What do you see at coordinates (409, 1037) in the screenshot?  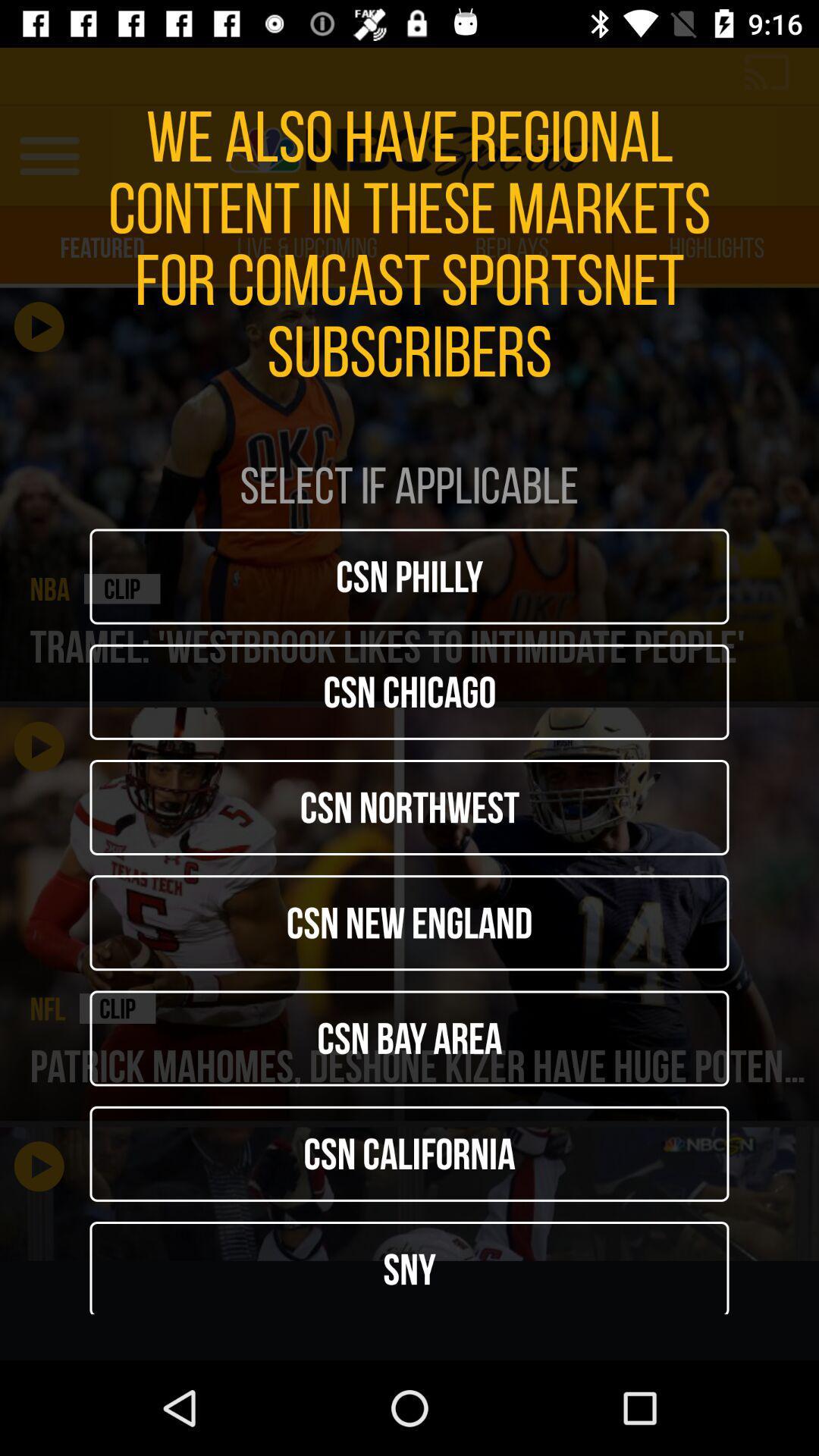 I see `csn bay area item` at bounding box center [409, 1037].